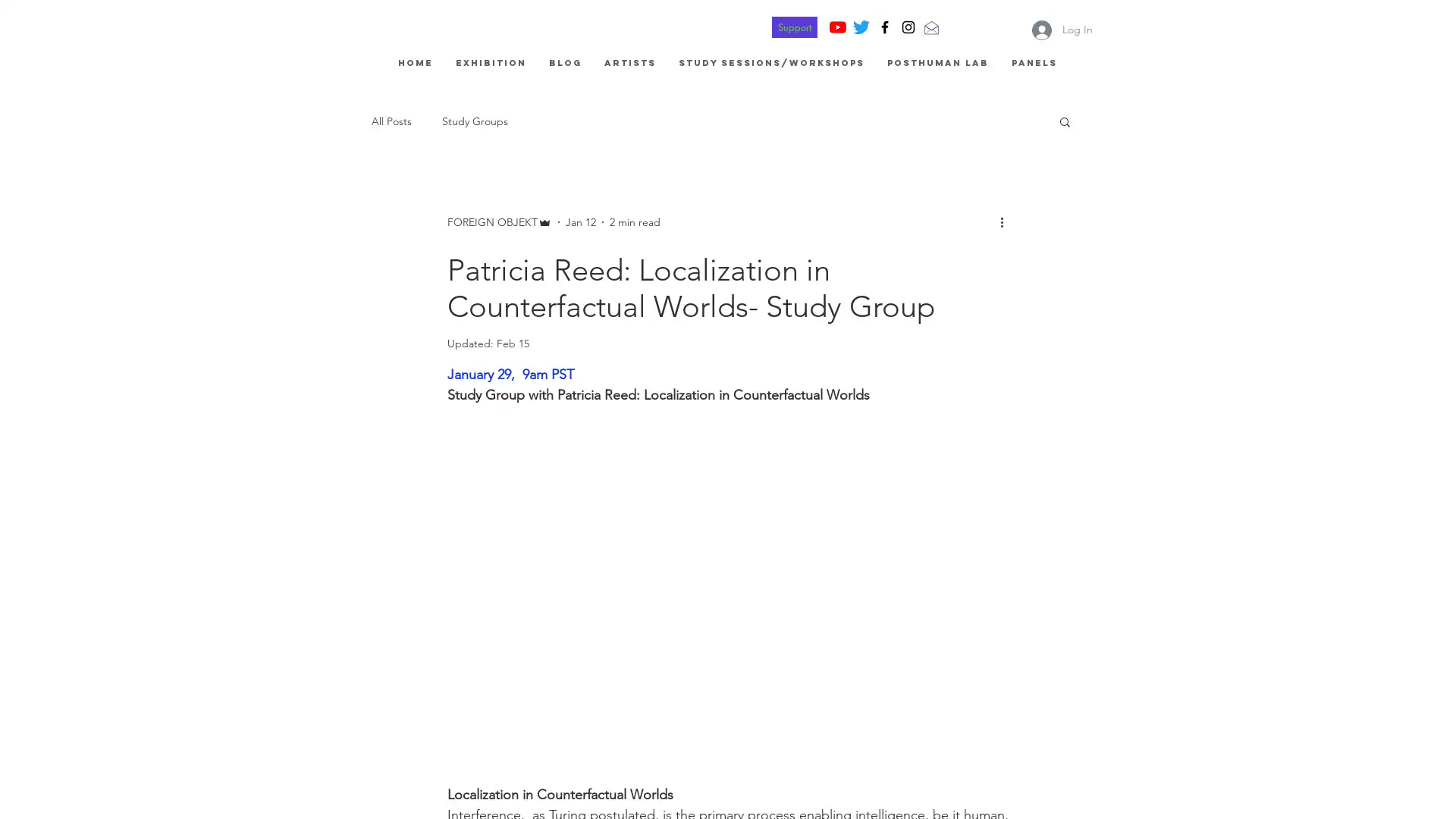  I want to click on All Posts, so click(391, 120).